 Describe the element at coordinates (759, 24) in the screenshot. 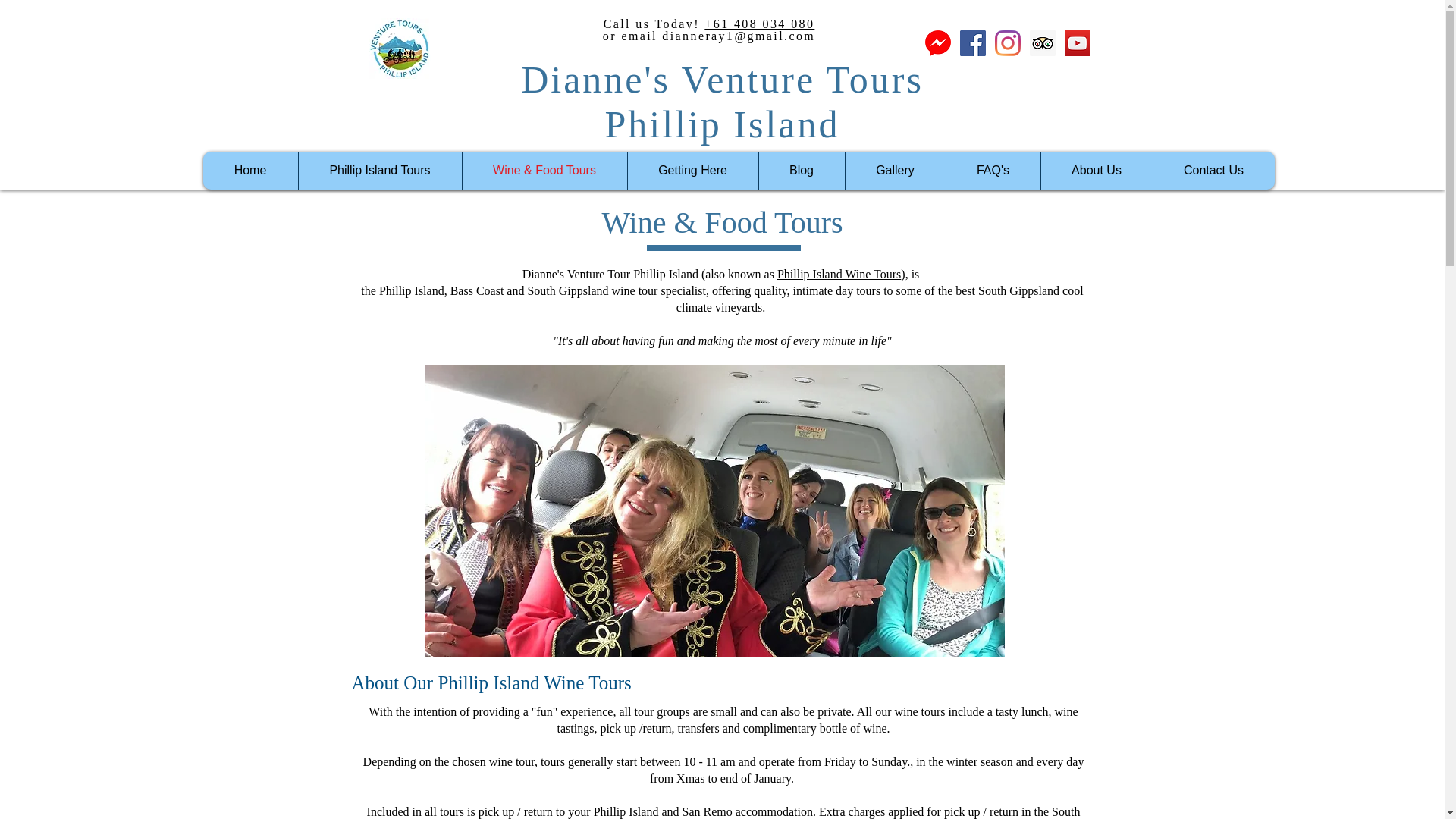

I see `'+61 408 034 080'` at that location.